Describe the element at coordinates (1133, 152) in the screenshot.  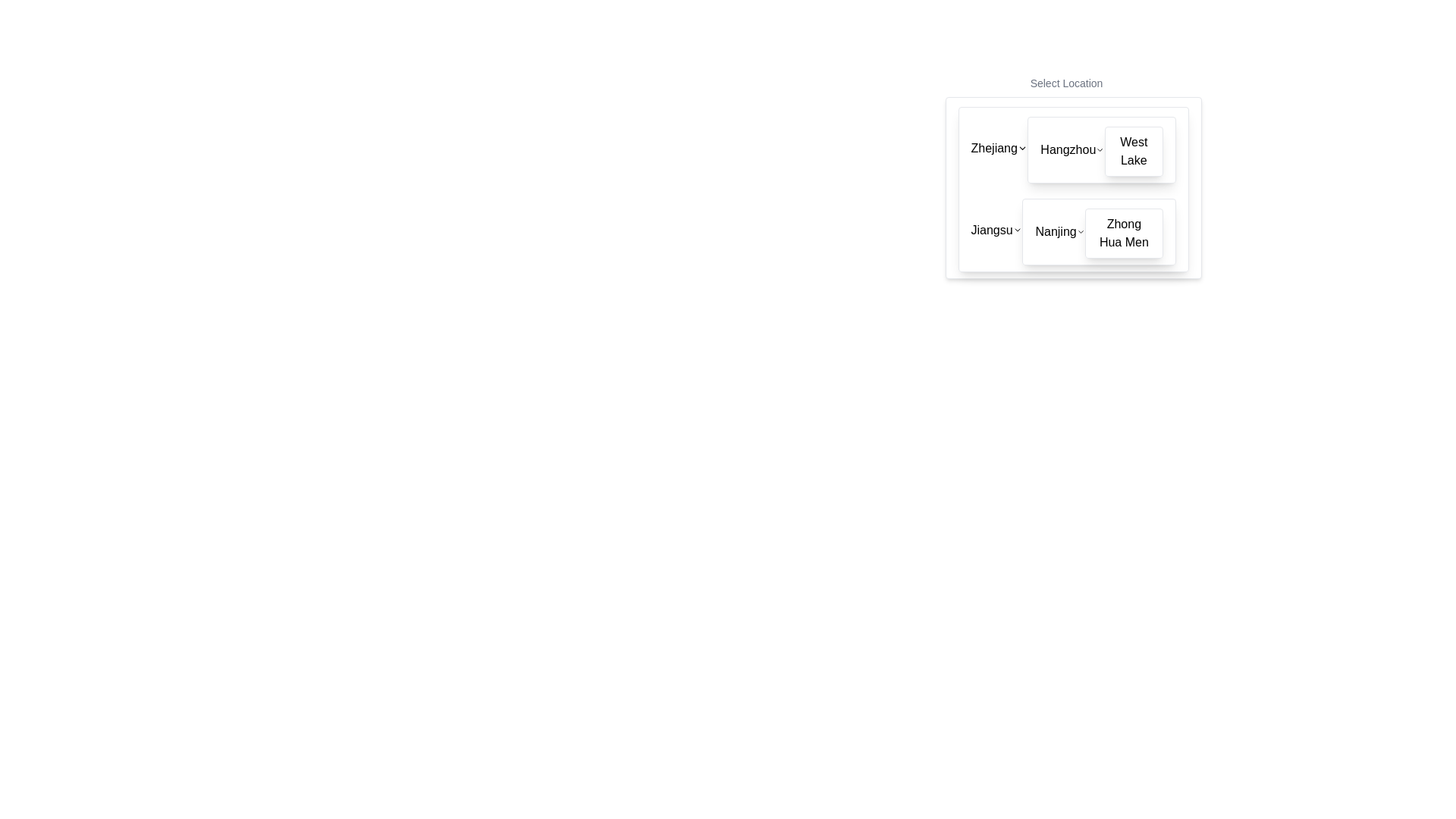
I see `the 'West Lake' location option in the dropdown menu, which is positioned below 'Hangzhou' and above 'Zhejiang' within the top-right area of the modal window` at that location.